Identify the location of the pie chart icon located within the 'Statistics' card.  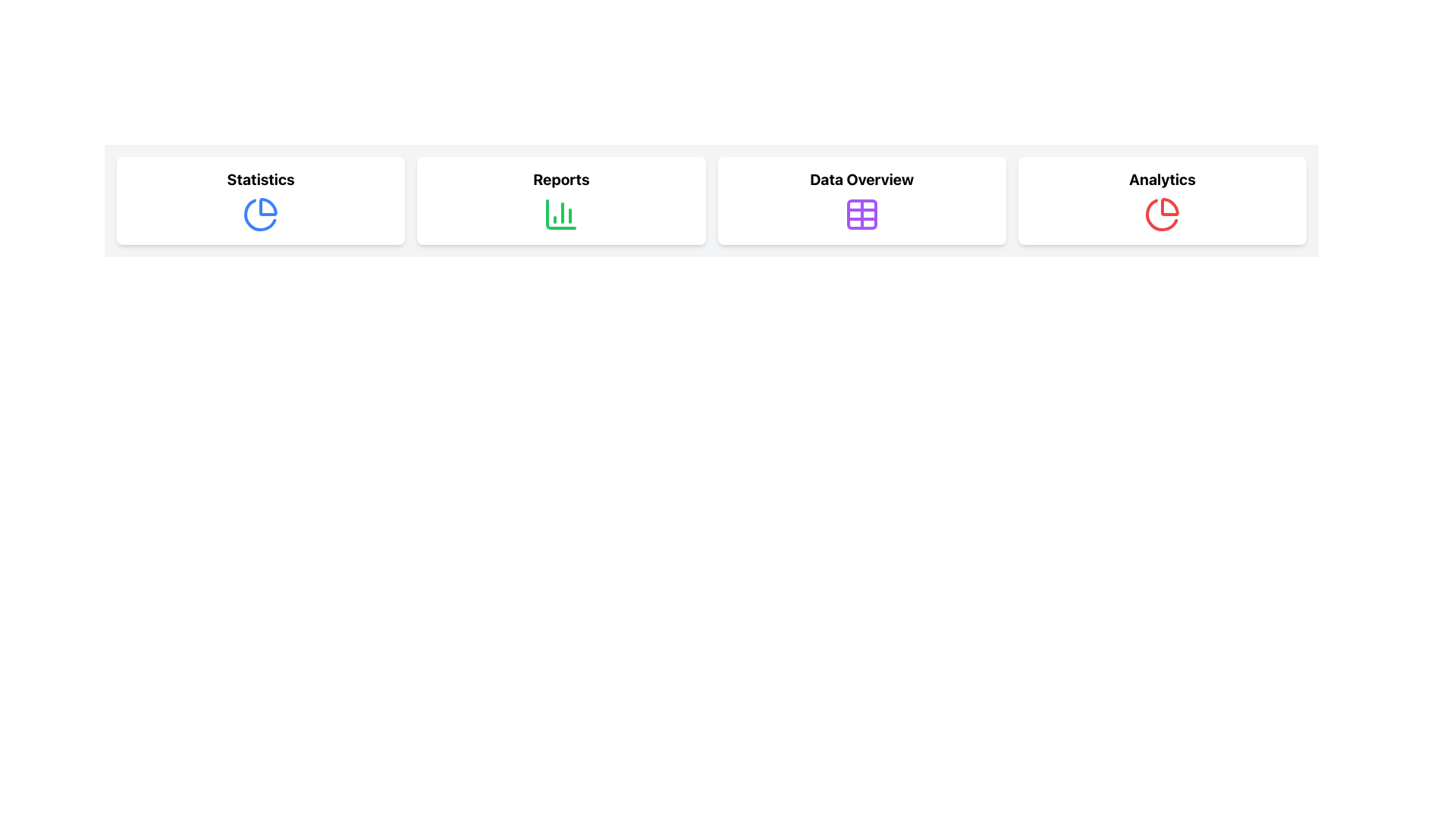
(260, 215).